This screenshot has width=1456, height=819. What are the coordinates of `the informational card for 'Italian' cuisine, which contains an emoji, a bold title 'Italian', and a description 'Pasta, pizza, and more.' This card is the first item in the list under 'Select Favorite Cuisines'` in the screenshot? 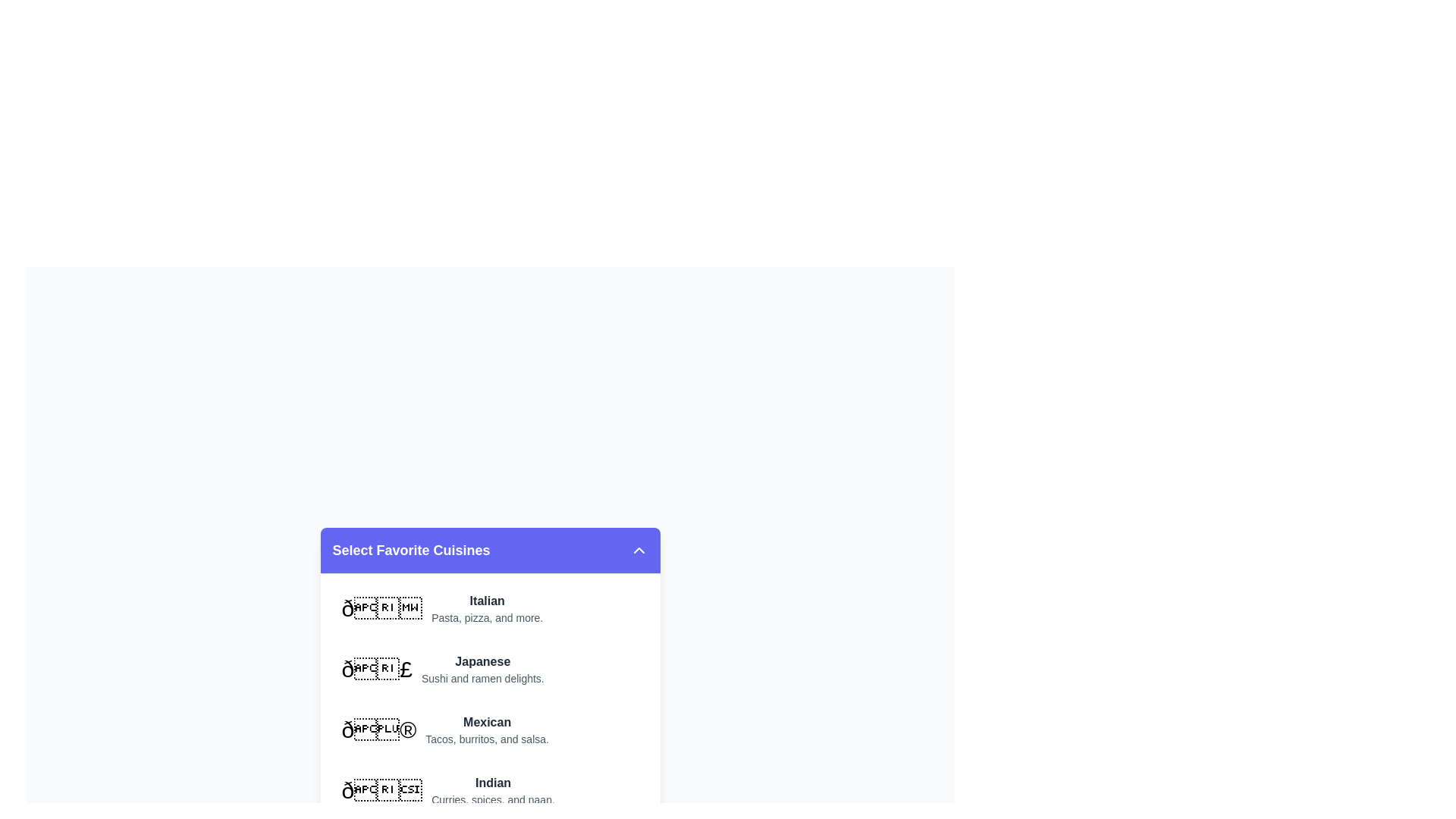 It's located at (441, 607).